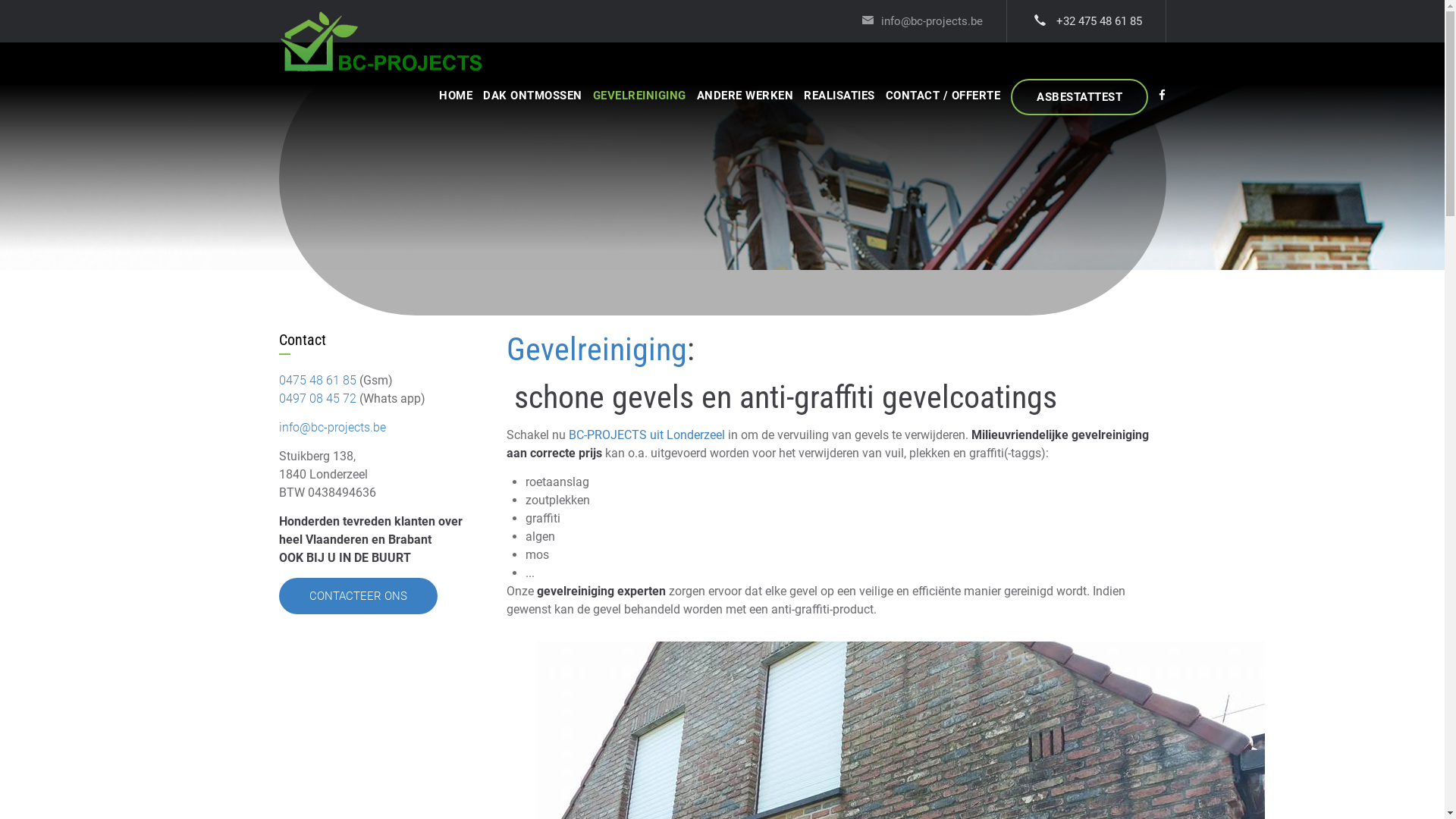  What do you see at coordinates (745, 96) in the screenshot?
I see `'ANDERE WERKEN'` at bounding box center [745, 96].